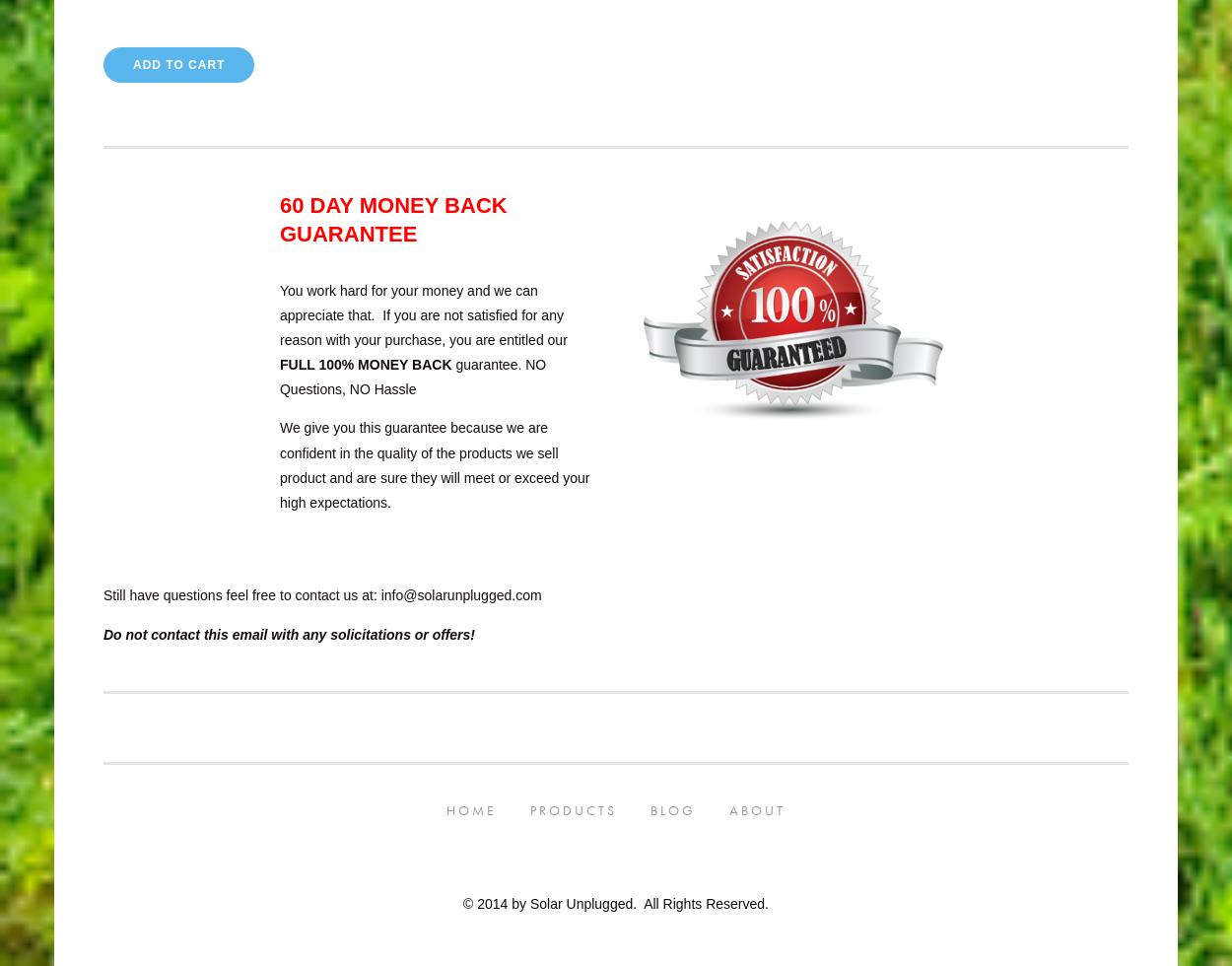 This screenshot has height=966, width=1232. I want to click on 'FULL 100% MONEY BACK', so click(364, 365).